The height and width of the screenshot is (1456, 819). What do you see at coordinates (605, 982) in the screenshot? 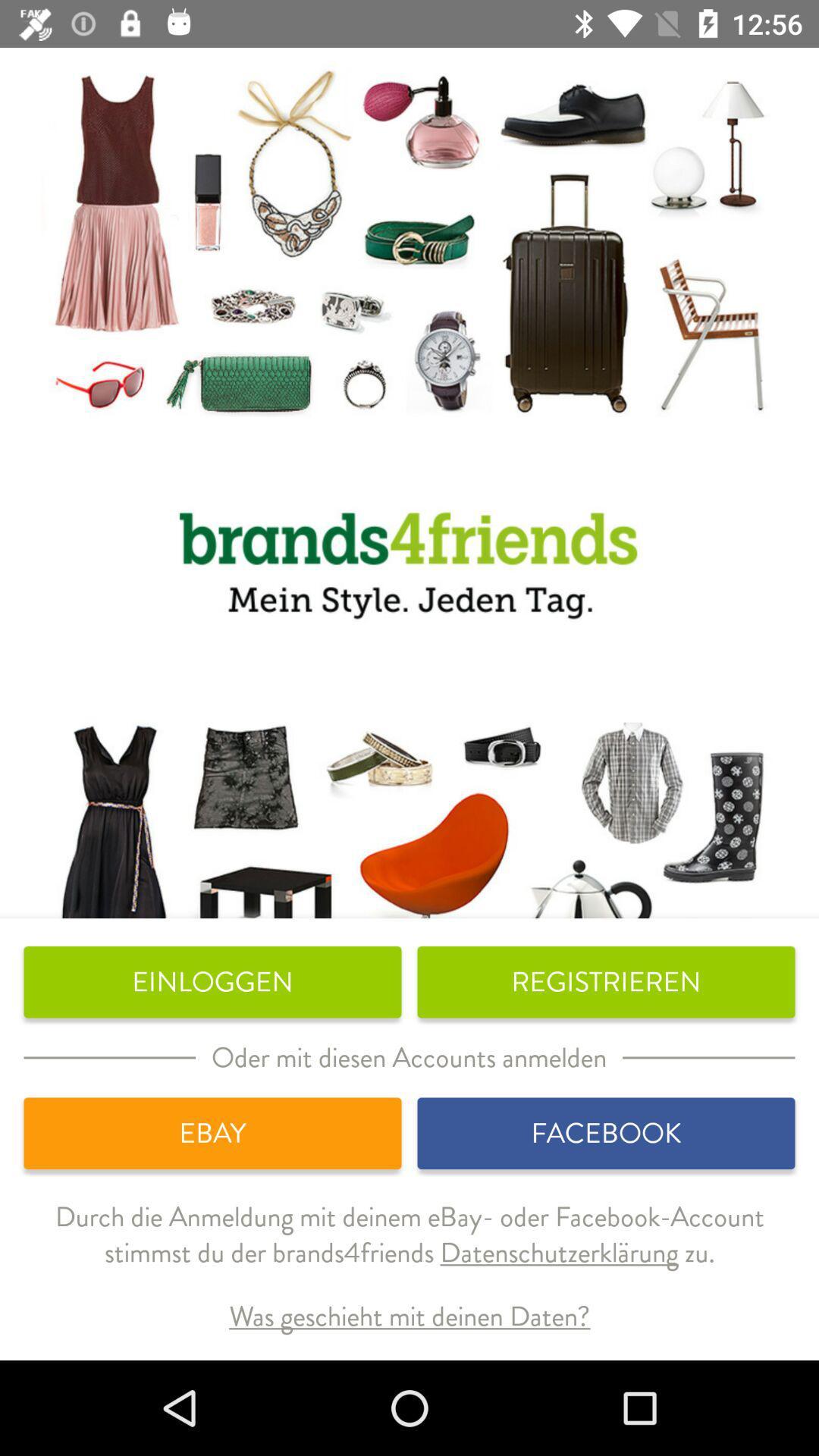
I see `the registrieren icon` at bounding box center [605, 982].